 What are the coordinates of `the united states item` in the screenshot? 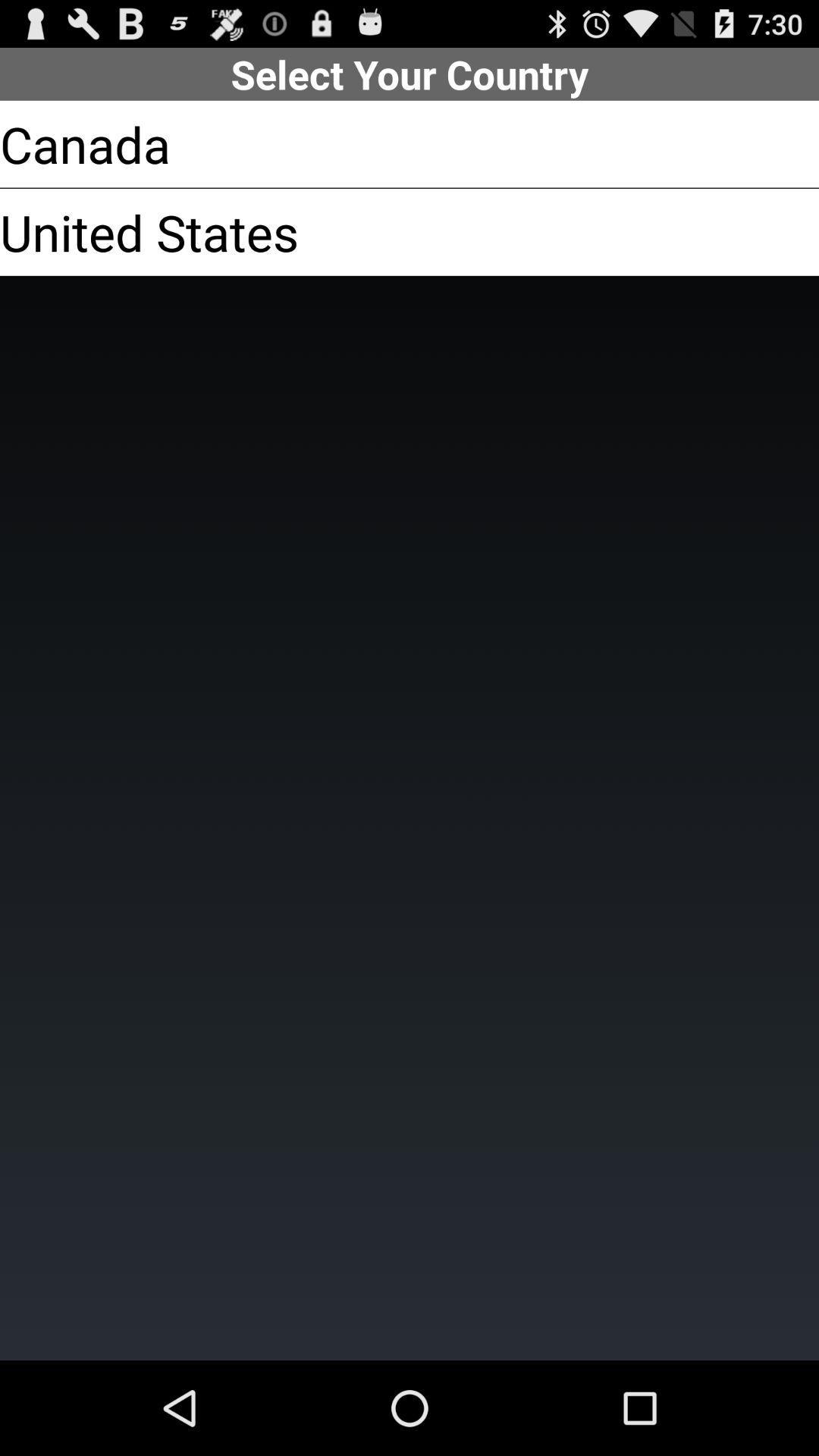 It's located at (149, 231).